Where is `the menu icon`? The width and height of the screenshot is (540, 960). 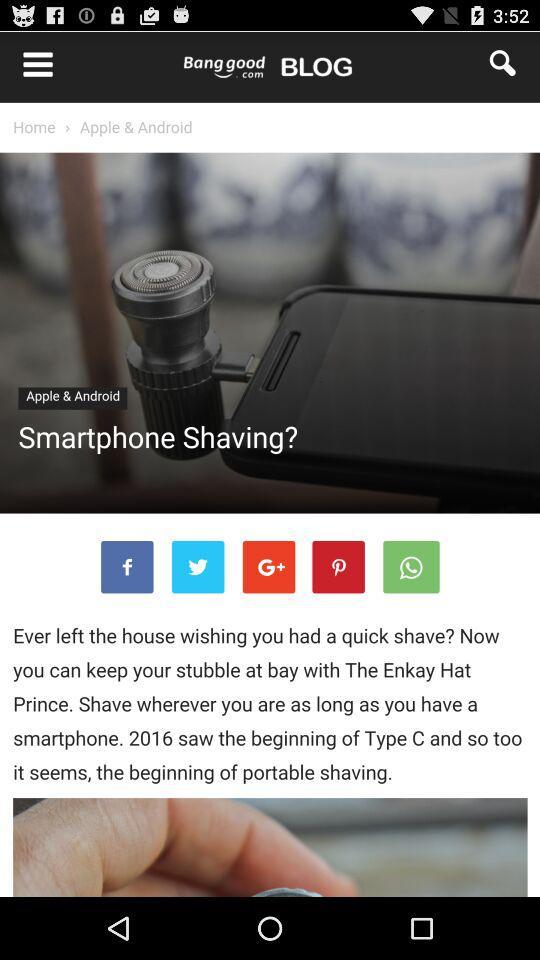 the menu icon is located at coordinates (27, 67).